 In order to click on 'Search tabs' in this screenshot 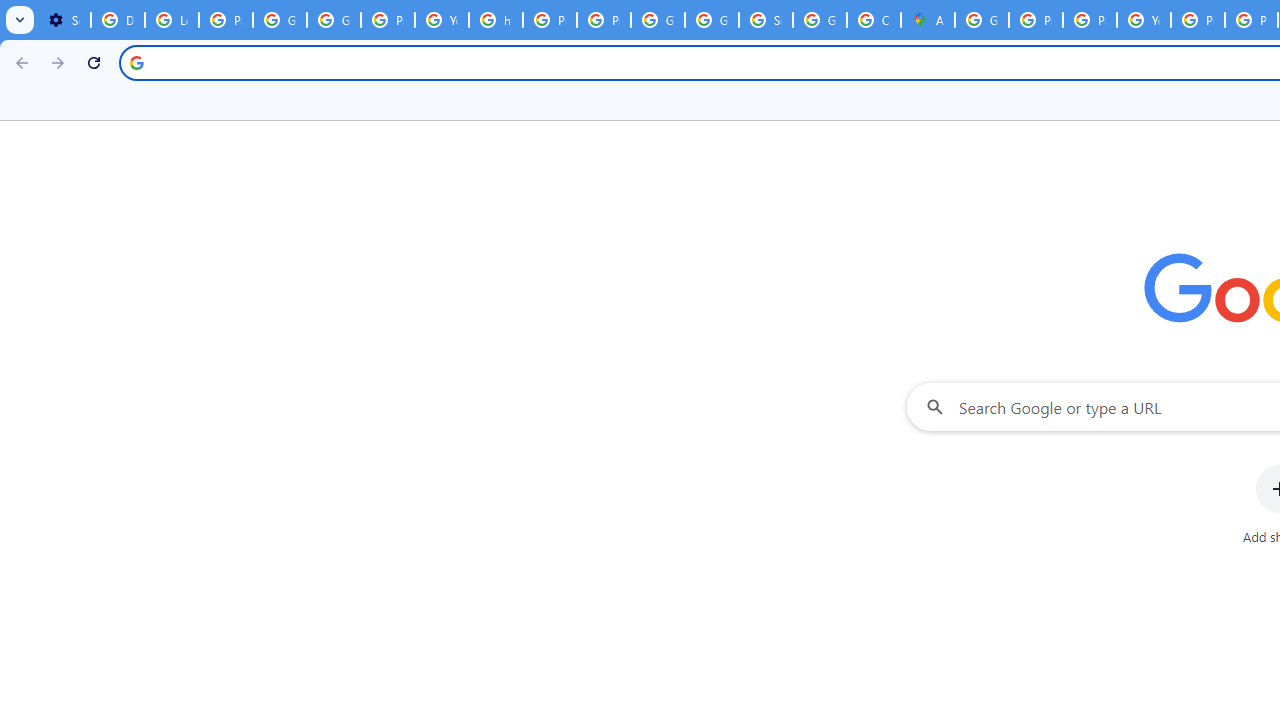, I will do `click(20, 20)`.